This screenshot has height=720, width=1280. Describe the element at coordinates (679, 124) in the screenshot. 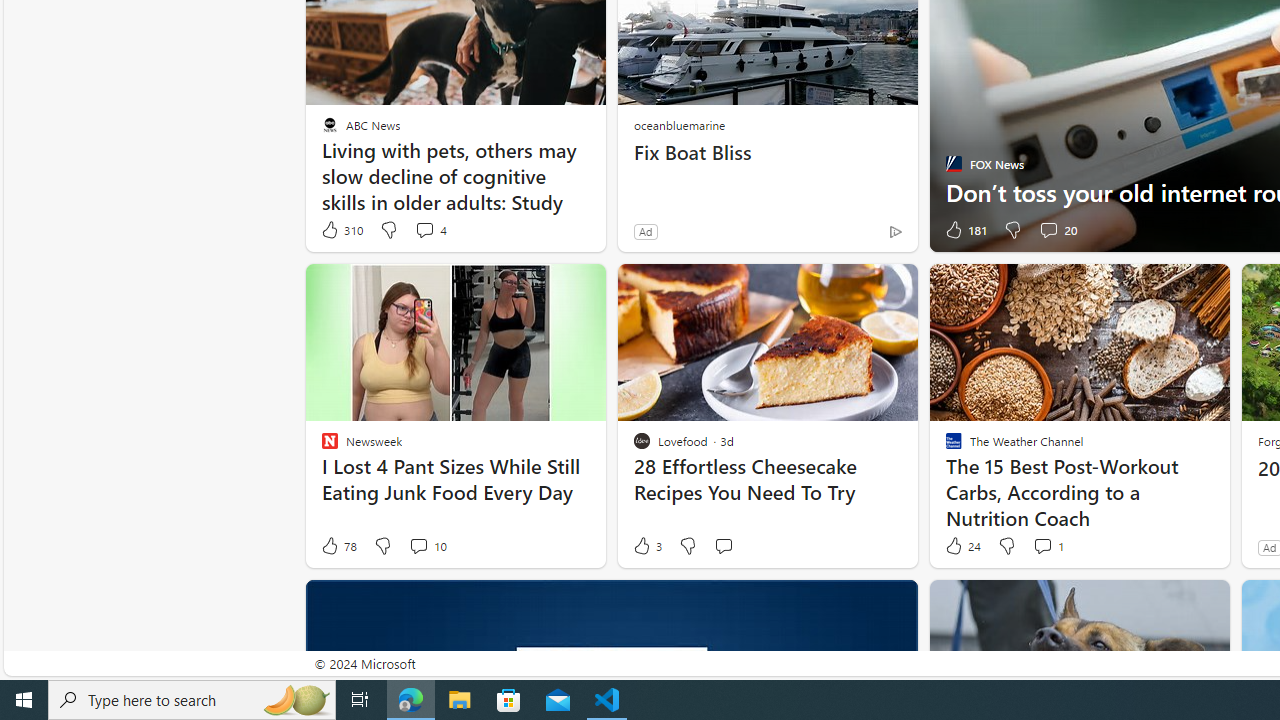

I see `'oceanbluemarine'` at that location.